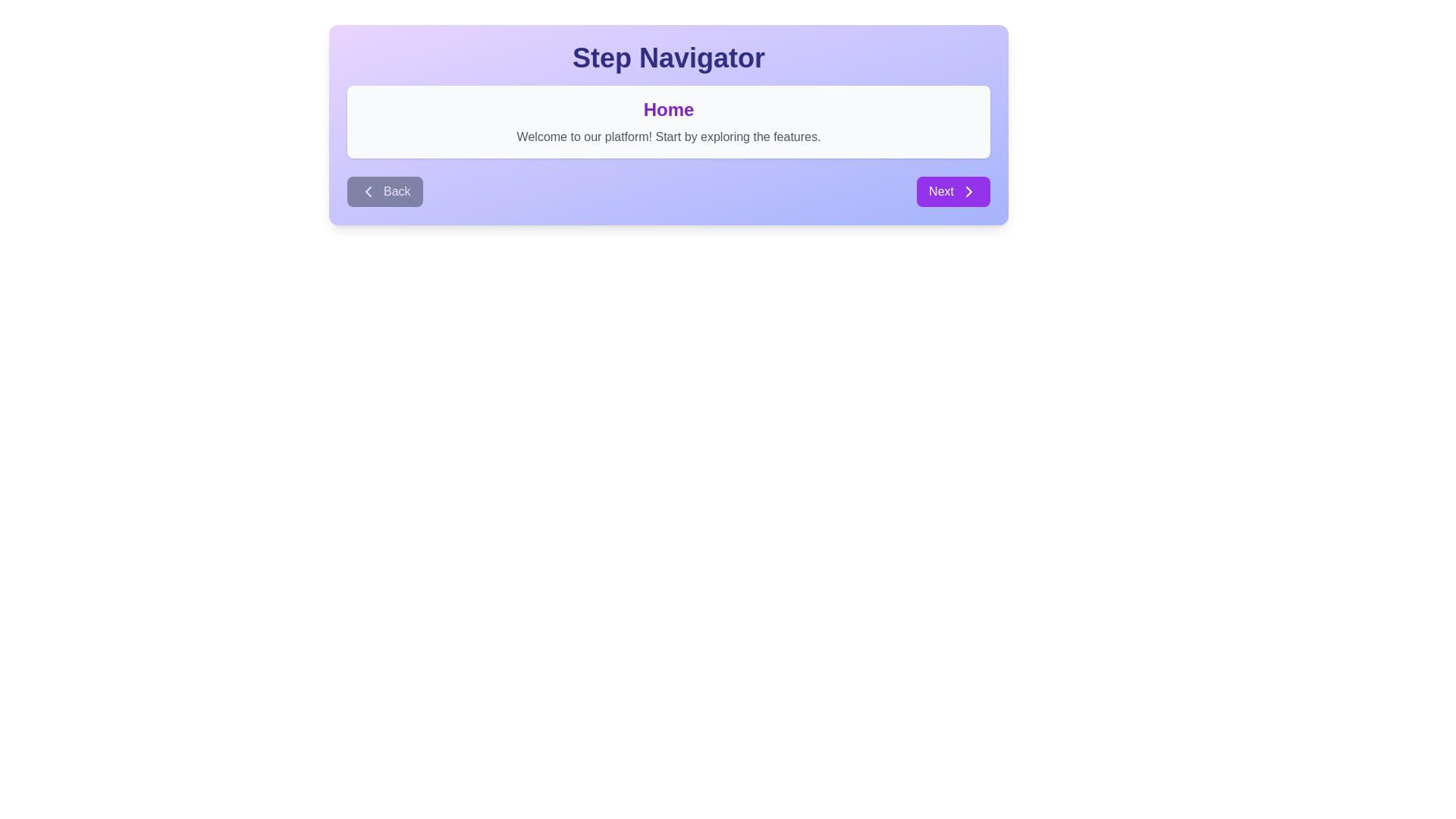 This screenshot has width=1456, height=819. Describe the element at coordinates (952, 191) in the screenshot. I see `the purple 'Next' button with rounded corners located in the bottom-right section of the main navigation control area` at that location.